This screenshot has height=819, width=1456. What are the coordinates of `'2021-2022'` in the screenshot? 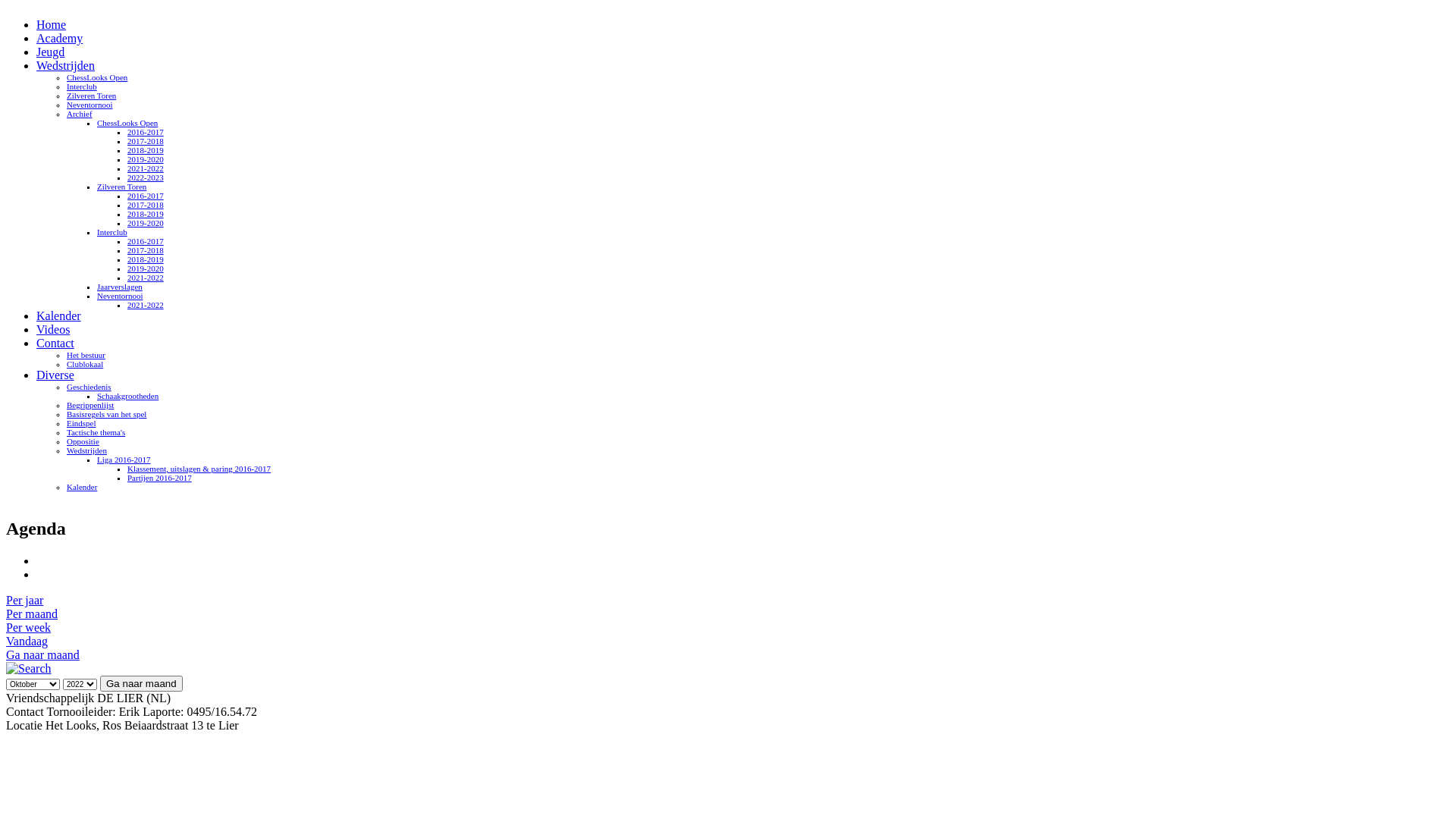 It's located at (146, 168).